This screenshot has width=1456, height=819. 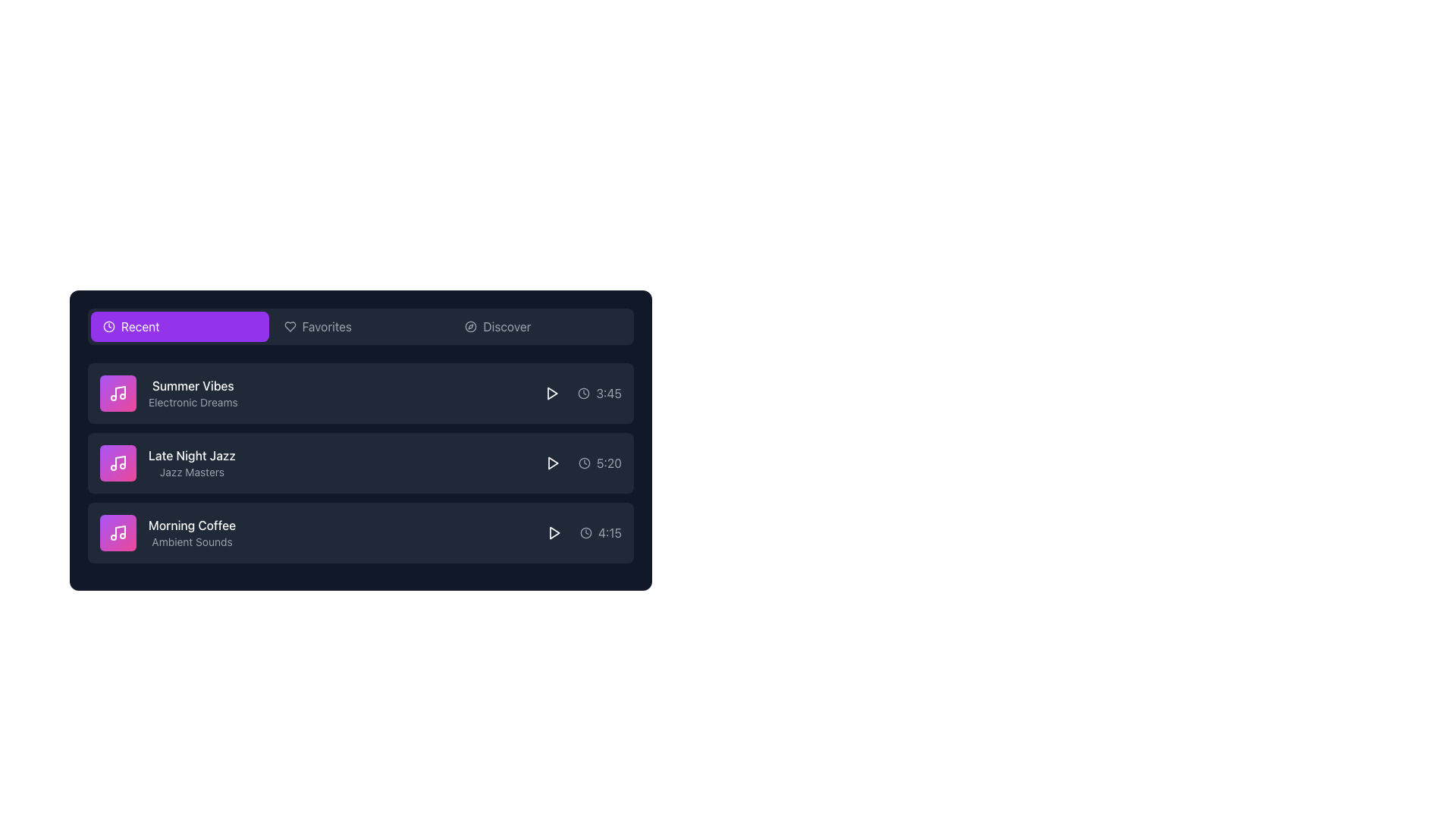 What do you see at coordinates (553, 532) in the screenshot?
I see `the play button icon located in the rightmost section of the third row of music tracks` at bounding box center [553, 532].